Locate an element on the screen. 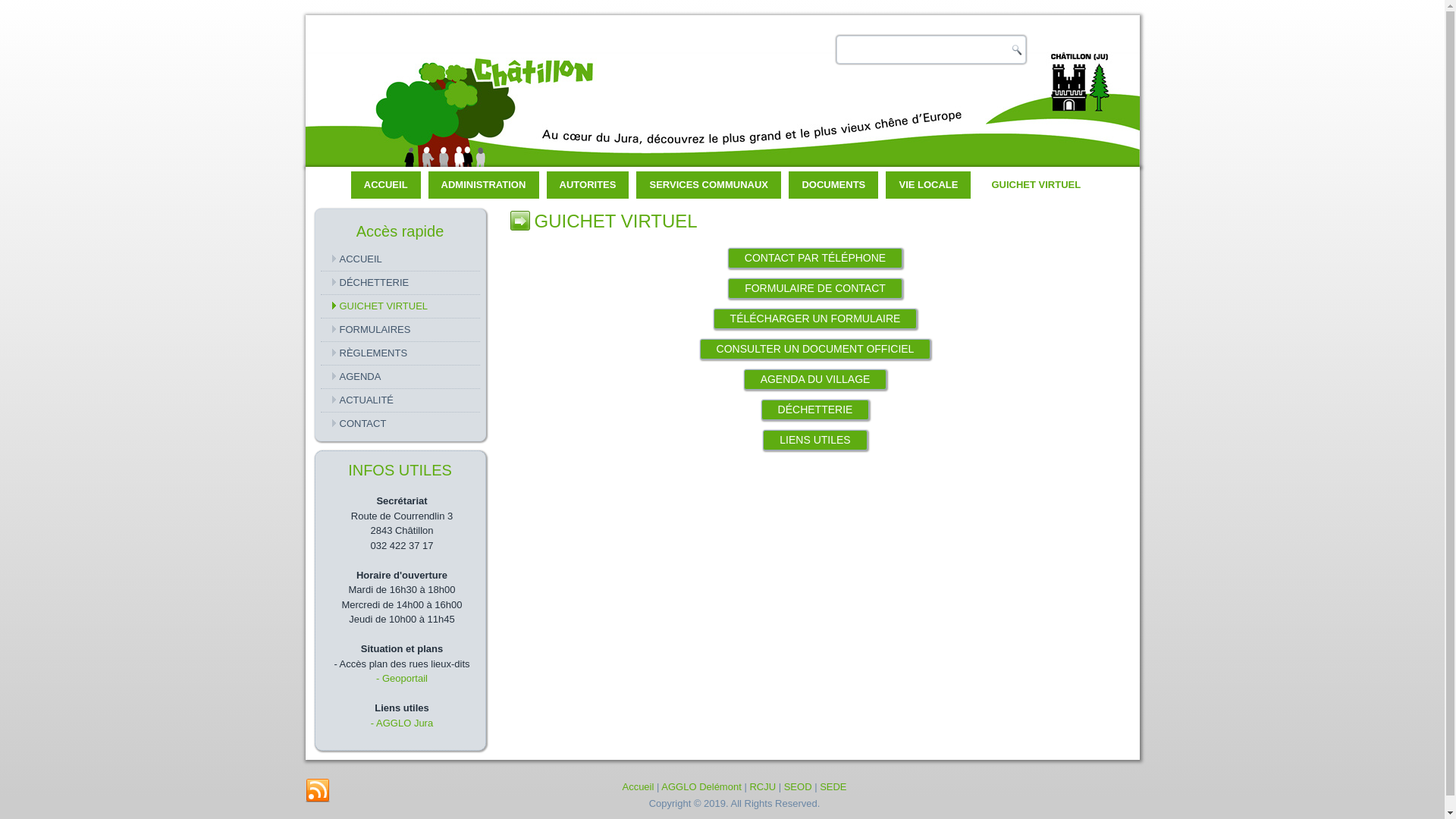 This screenshot has width=1456, height=819. 'GUICHET VIRTUEL' is located at coordinates (400, 306).